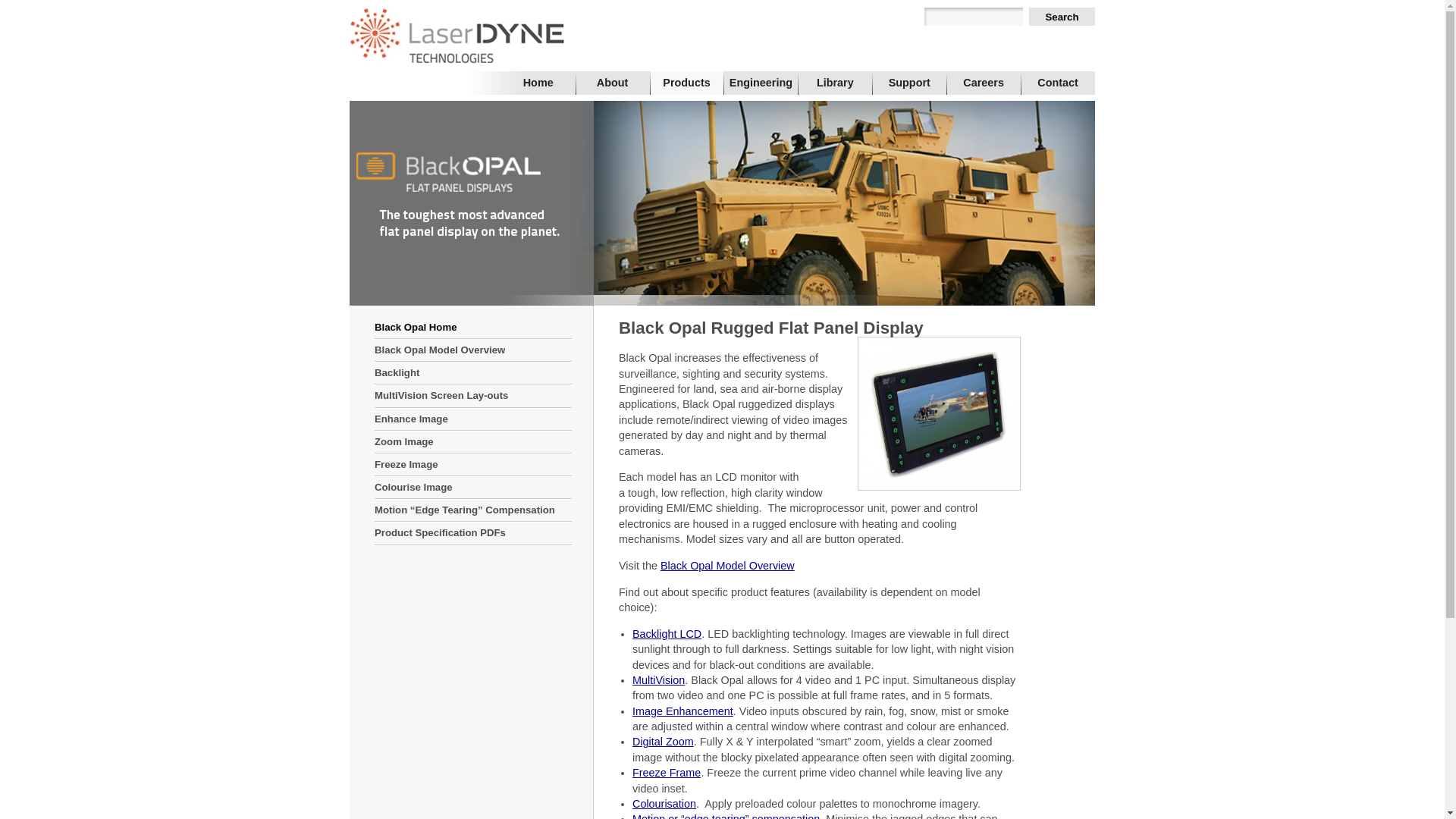 This screenshot has height=819, width=1456. Describe the element at coordinates (664, 803) in the screenshot. I see `'Colourisation'` at that location.